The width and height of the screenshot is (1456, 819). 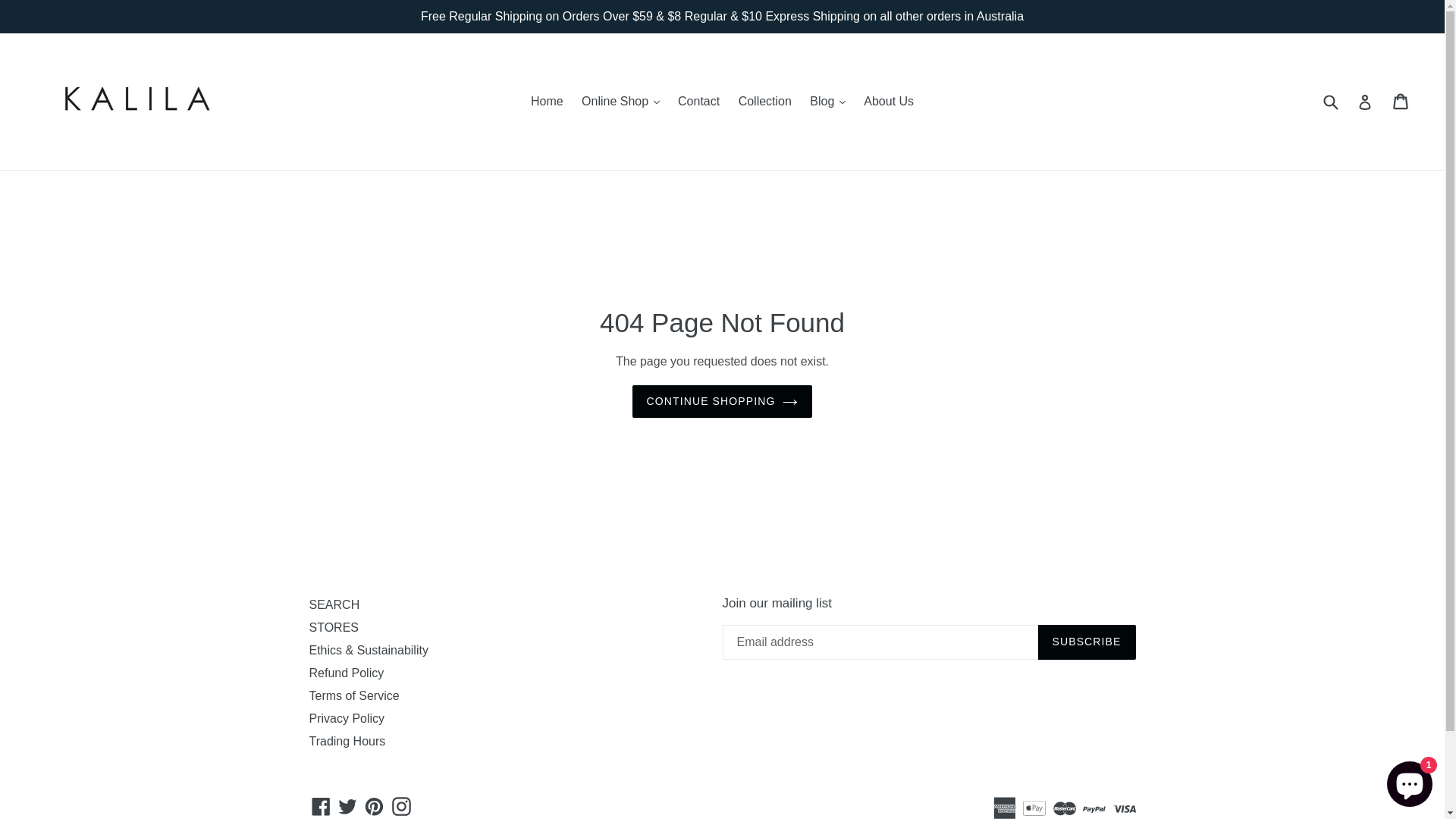 What do you see at coordinates (1393, 102) in the screenshot?
I see `'Cart` at bounding box center [1393, 102].